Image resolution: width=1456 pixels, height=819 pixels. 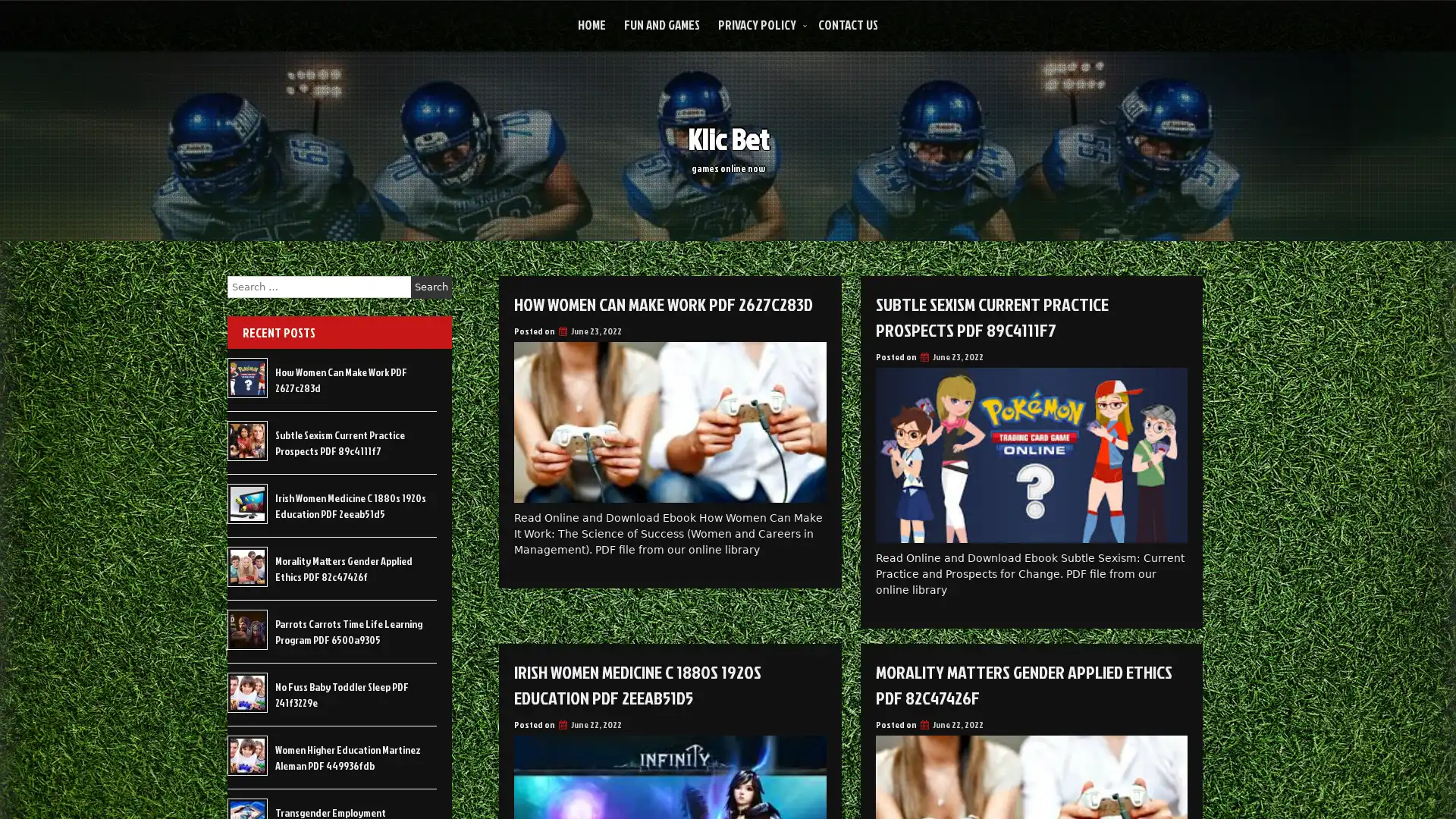 What do you see at coordinates (431, 287) in the screenshot?
I see `Search` at bounding box center [431, 287].